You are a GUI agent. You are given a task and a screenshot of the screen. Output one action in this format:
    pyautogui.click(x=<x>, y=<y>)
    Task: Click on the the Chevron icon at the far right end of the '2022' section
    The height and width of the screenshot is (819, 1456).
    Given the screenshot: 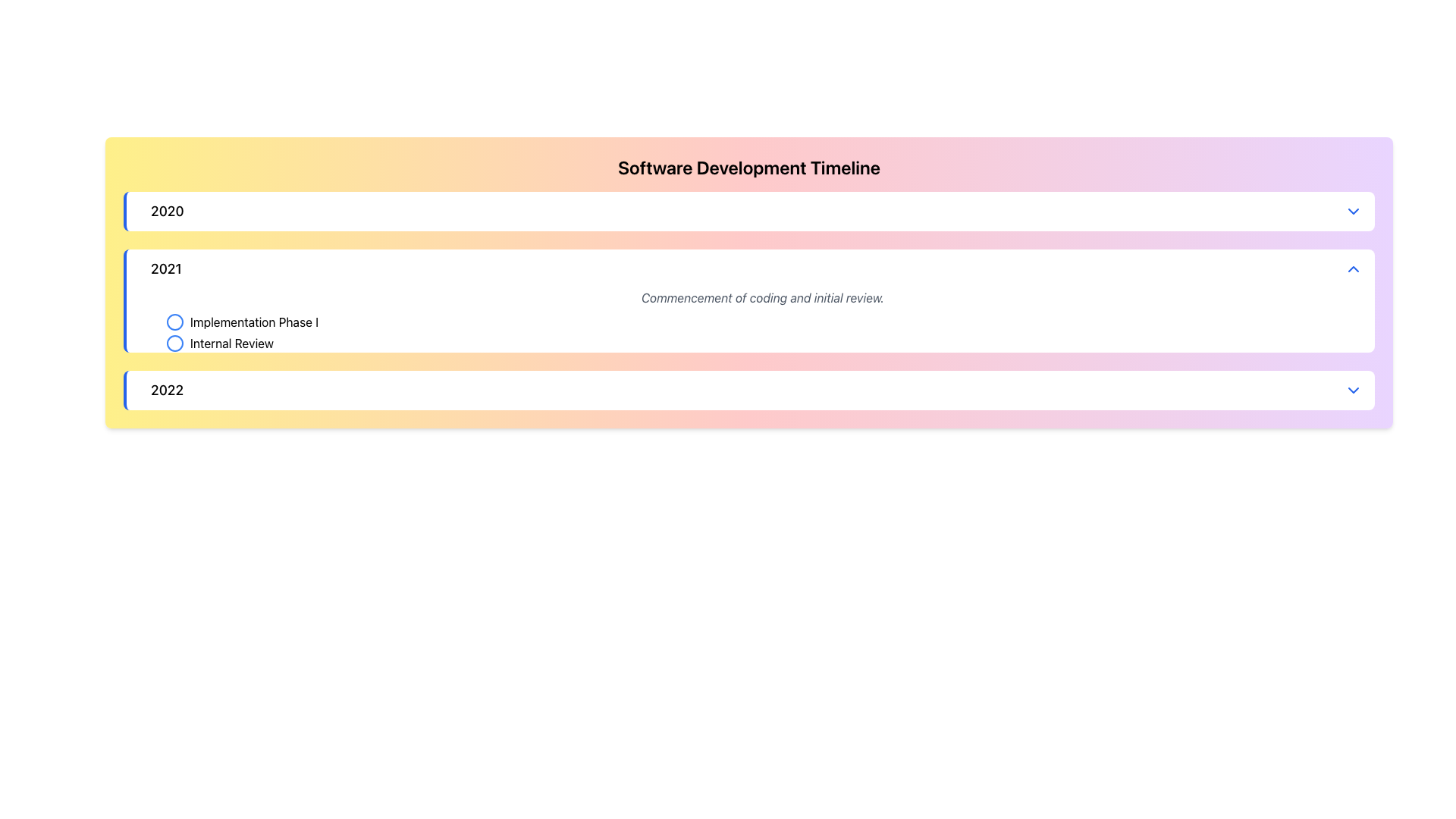 What is the action you would take?
    pyautogui.click(x=1354, y=390)
    